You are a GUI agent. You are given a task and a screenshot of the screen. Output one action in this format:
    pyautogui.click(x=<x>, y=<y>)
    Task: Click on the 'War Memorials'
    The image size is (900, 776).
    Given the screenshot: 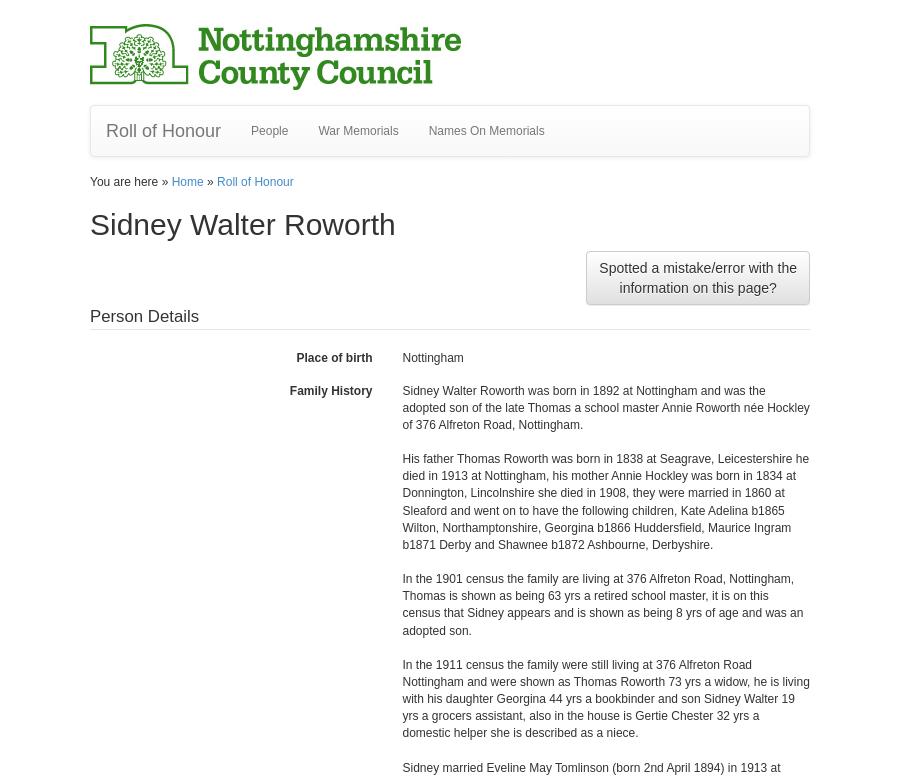 What is the action you would take?
    pyautogui.click(x=358, y=130)
    